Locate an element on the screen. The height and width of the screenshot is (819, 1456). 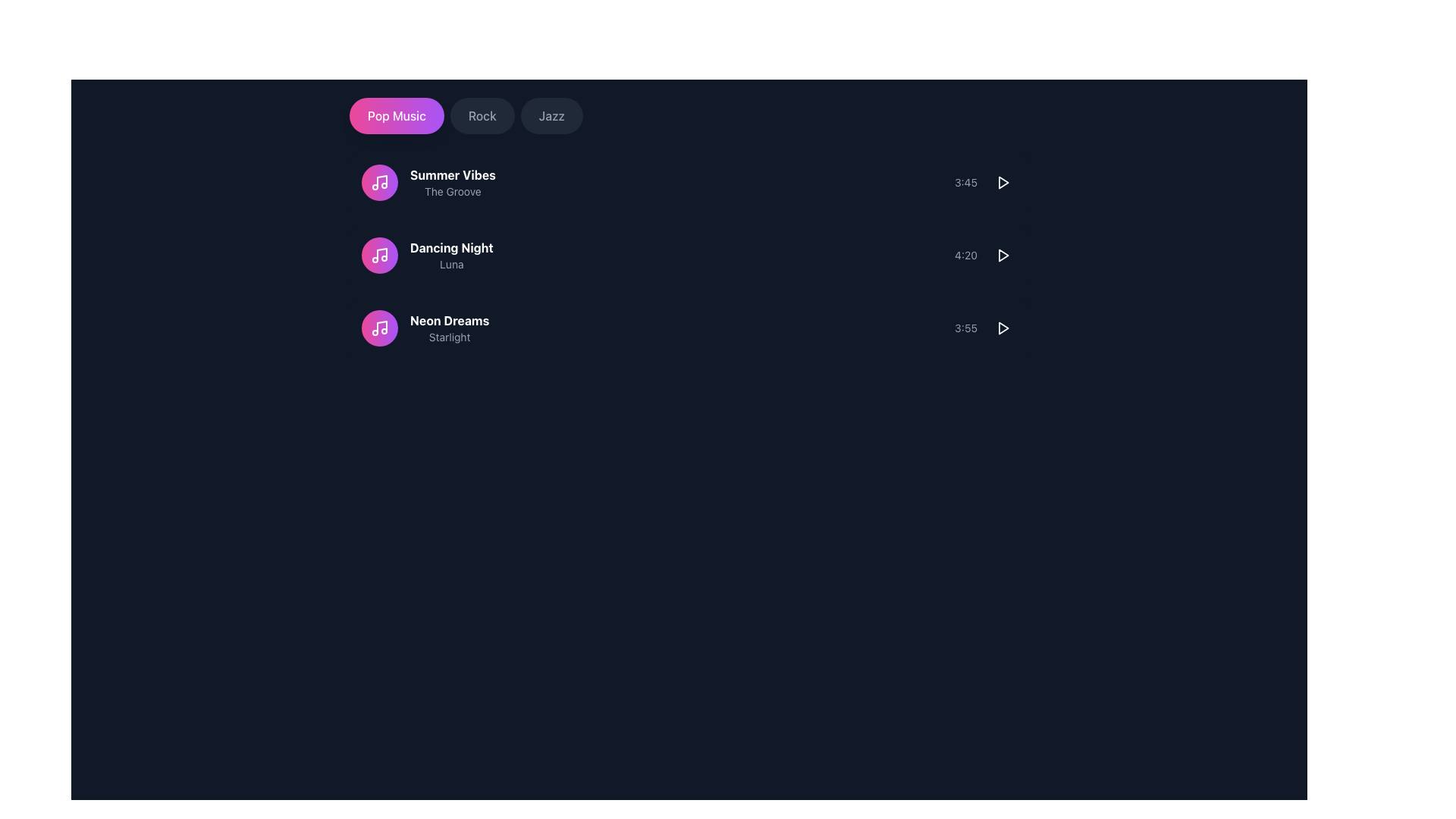
the circular icon representing the music item 'Summer Vibes' is located at coordinates (379, 181).